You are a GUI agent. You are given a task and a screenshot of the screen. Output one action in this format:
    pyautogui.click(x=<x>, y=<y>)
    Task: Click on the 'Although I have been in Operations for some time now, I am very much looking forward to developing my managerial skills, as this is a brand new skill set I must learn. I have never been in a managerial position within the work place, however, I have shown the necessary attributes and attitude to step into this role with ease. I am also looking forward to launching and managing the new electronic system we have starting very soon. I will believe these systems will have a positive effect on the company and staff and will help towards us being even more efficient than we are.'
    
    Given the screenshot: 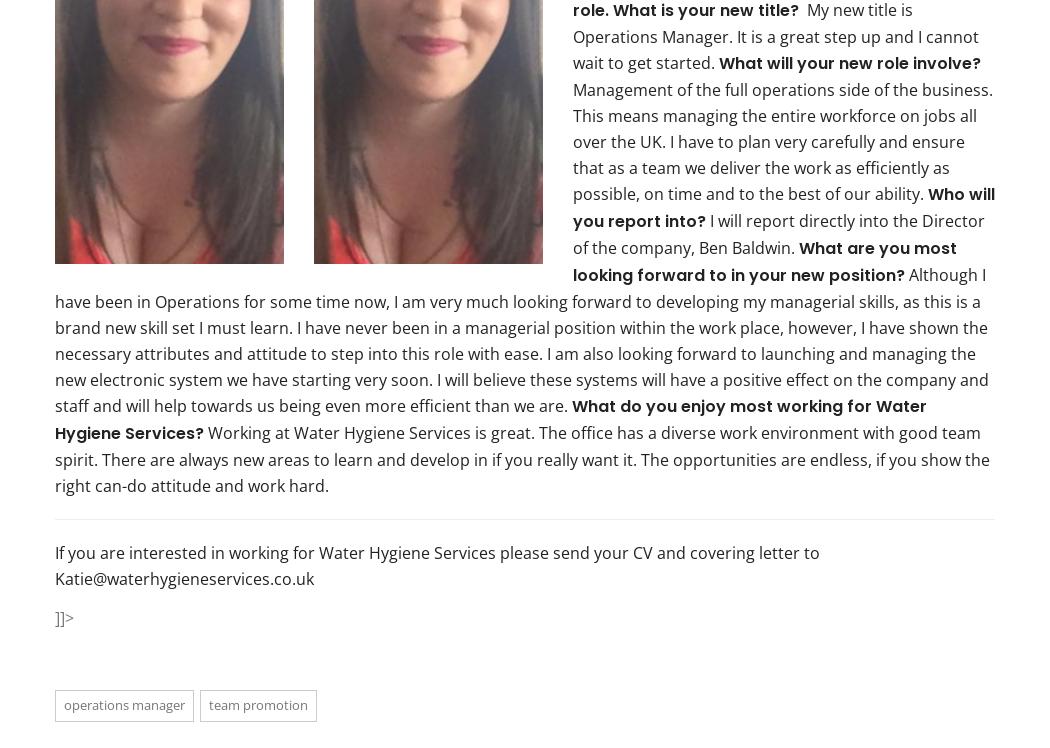 What is the action you would take?
    pyautogui.click(x=520, y=338)
    